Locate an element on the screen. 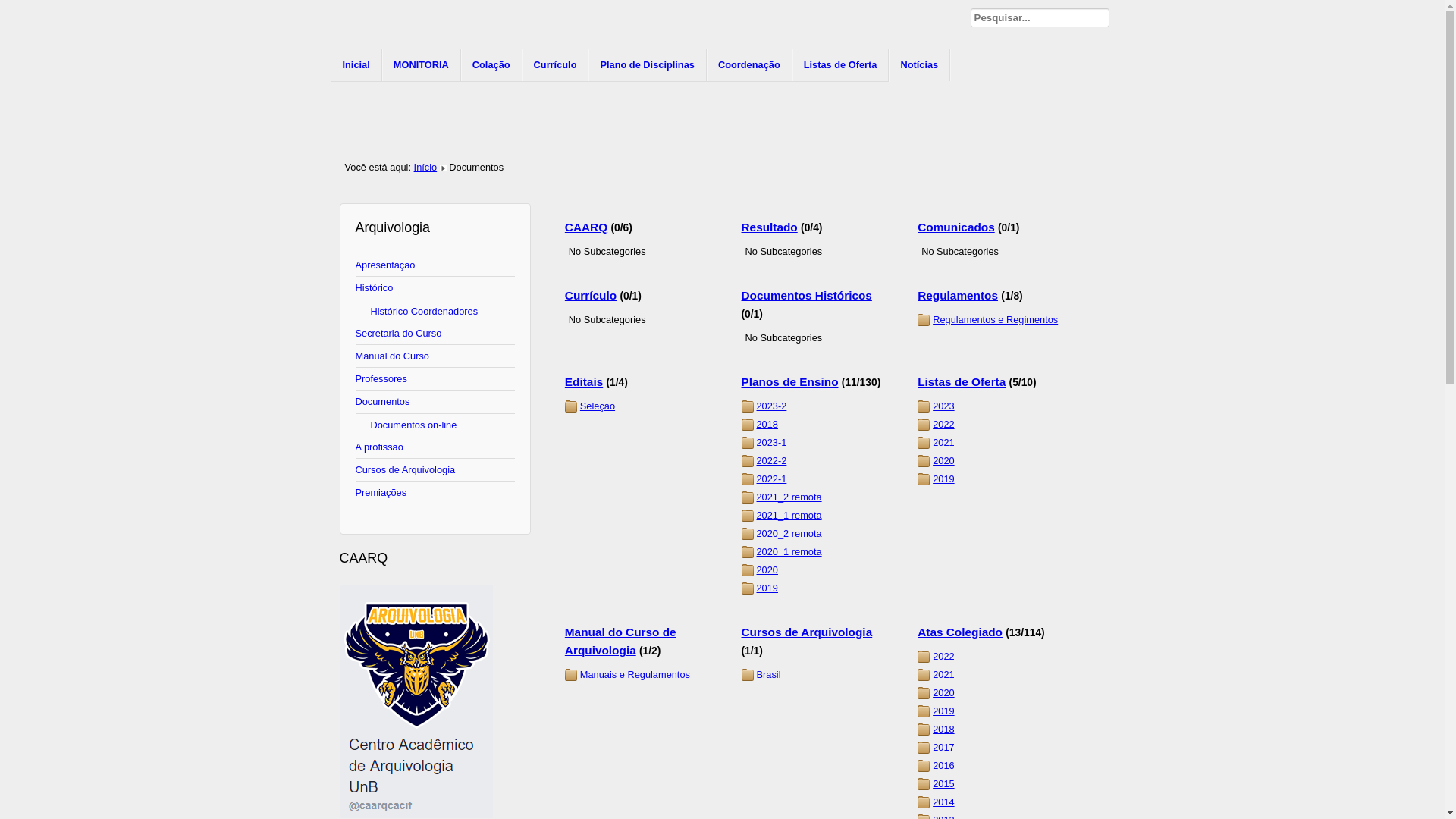  '2021_2 remota' is located at coordinates (789, 497).